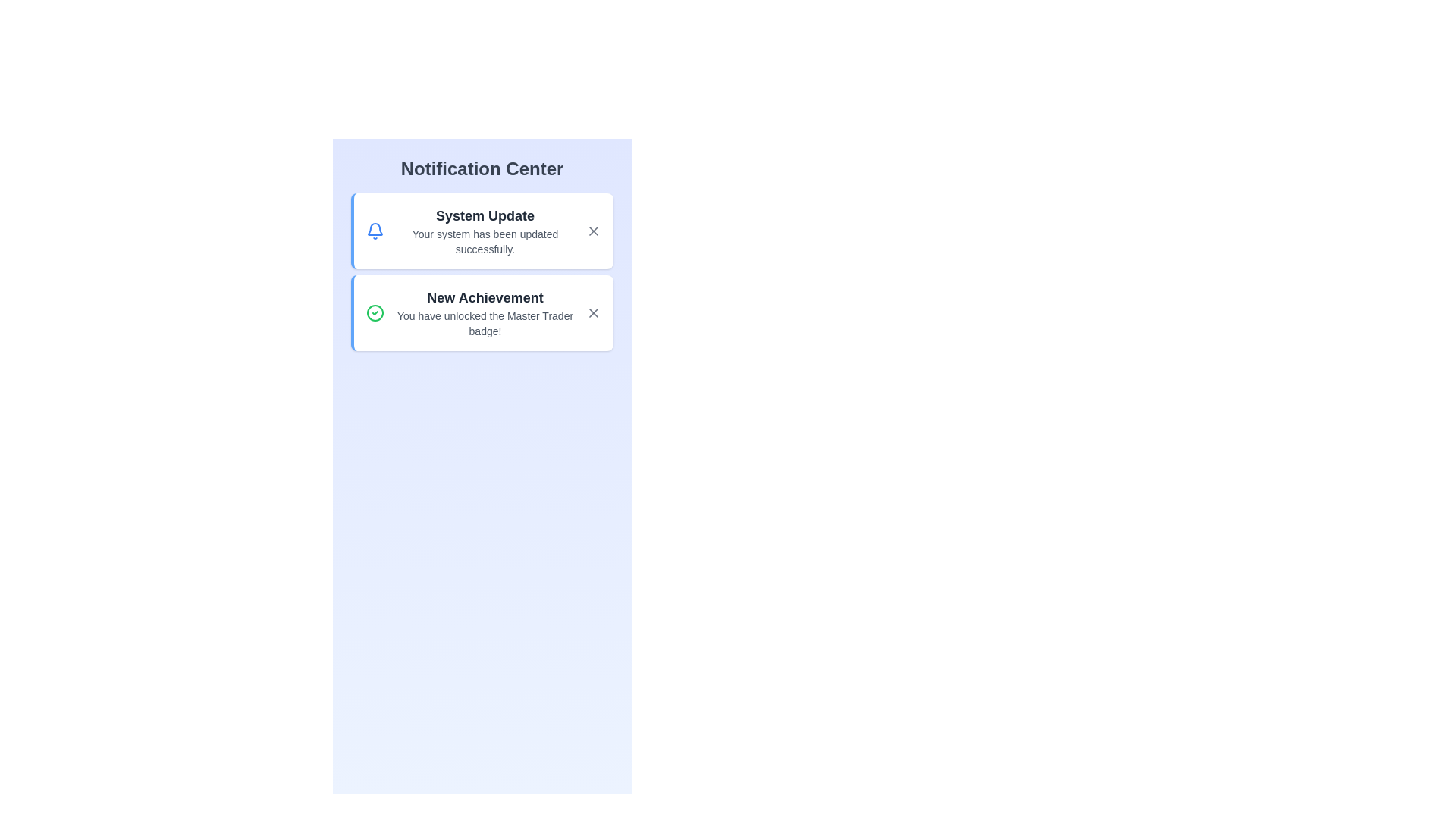  I want to click on the blue bell-shaped icon located in the upper left corner of the notification card, adjacent to the text 'System Update', so click(375, 231).